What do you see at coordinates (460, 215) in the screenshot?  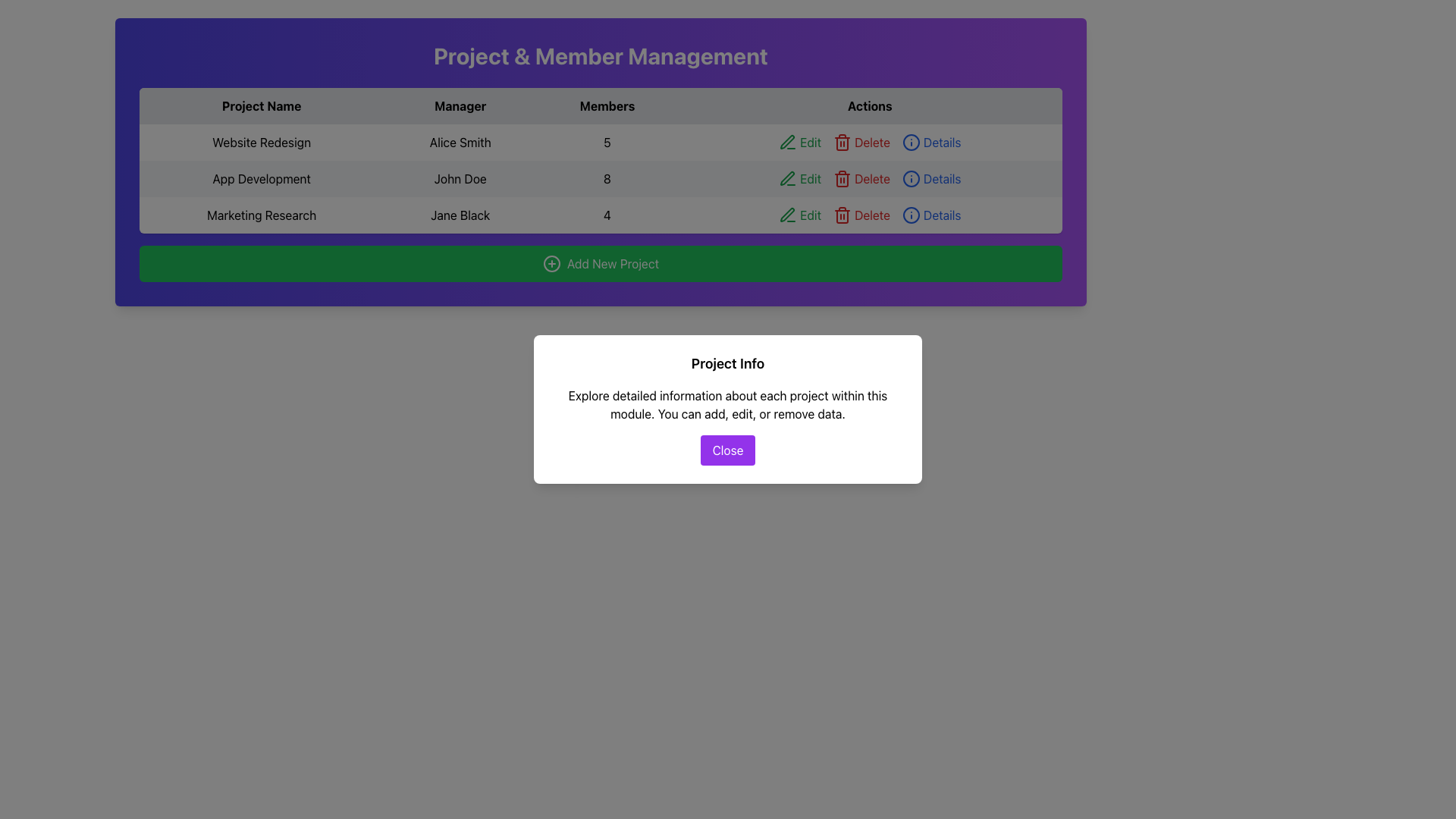 I see `the 'Manager' label for the 'Marketing Research' project, which is located in the third row of the table layout between 'Marketing Research' and '4'` at bounding box center [460, 215].